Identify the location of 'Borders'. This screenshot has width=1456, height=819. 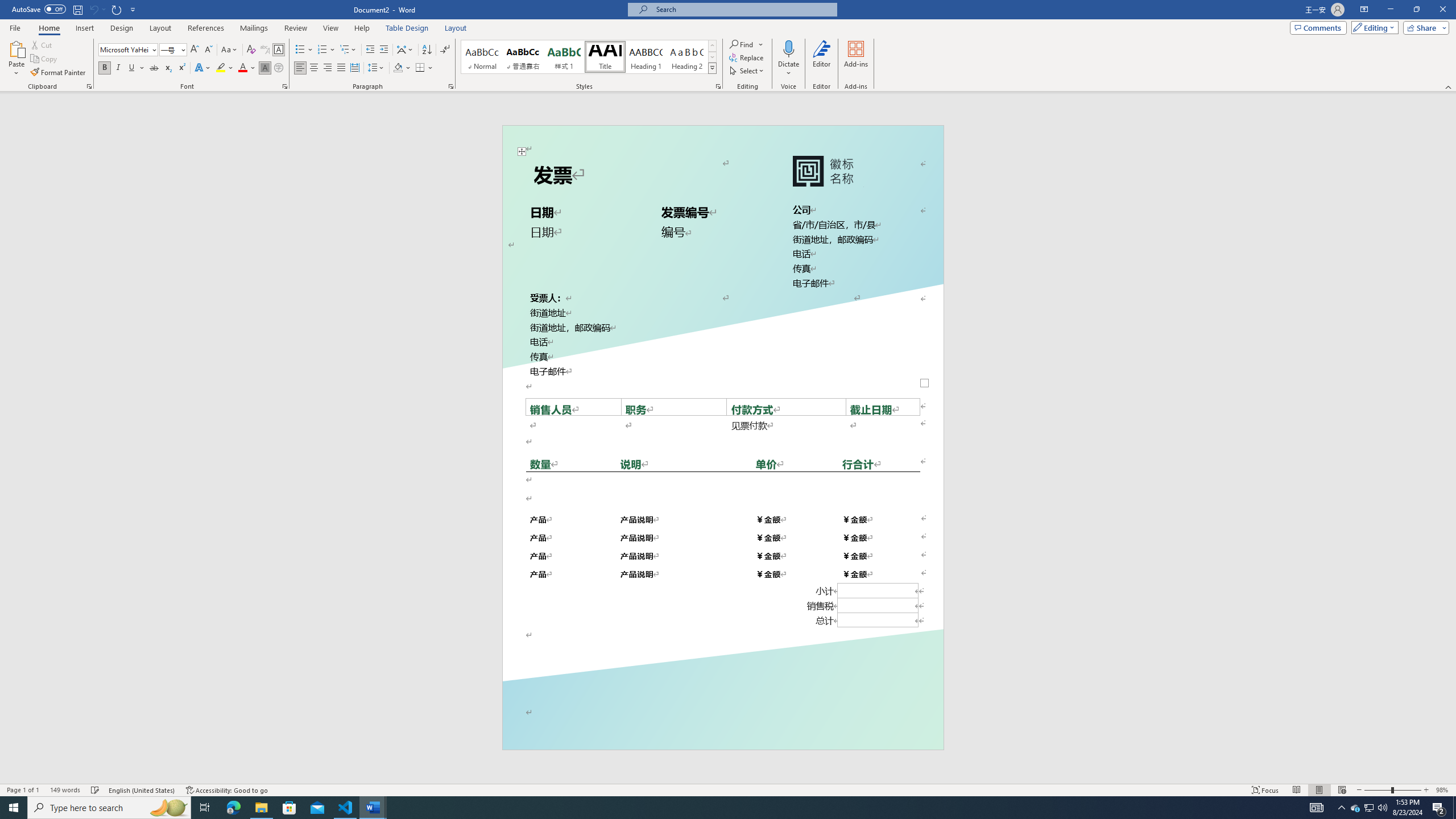
(419, 67).